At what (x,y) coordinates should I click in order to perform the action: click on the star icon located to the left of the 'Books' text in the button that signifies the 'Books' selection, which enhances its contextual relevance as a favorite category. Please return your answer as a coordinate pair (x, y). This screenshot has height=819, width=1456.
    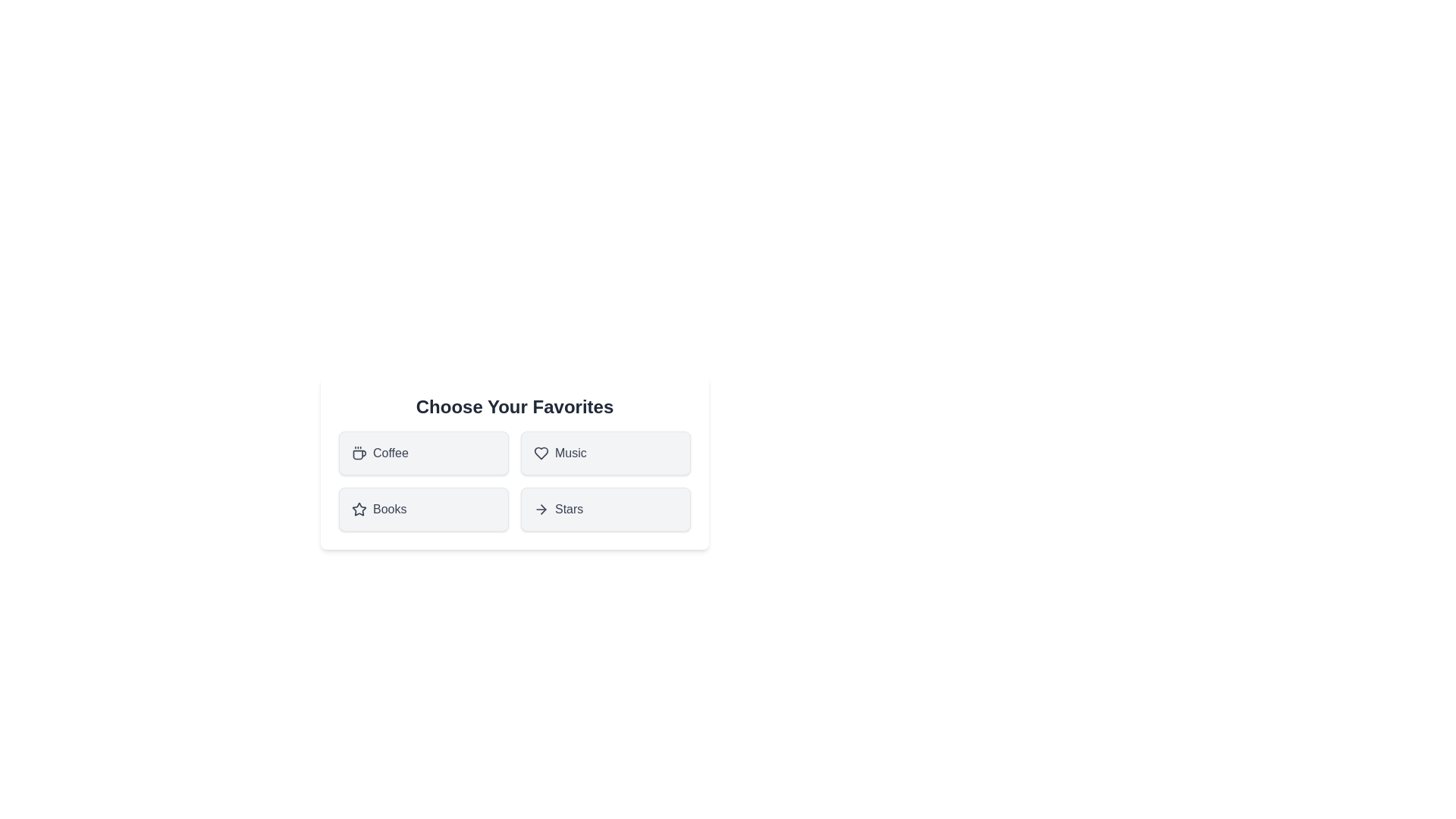
    Looking at the image, I should click on (359, 509).